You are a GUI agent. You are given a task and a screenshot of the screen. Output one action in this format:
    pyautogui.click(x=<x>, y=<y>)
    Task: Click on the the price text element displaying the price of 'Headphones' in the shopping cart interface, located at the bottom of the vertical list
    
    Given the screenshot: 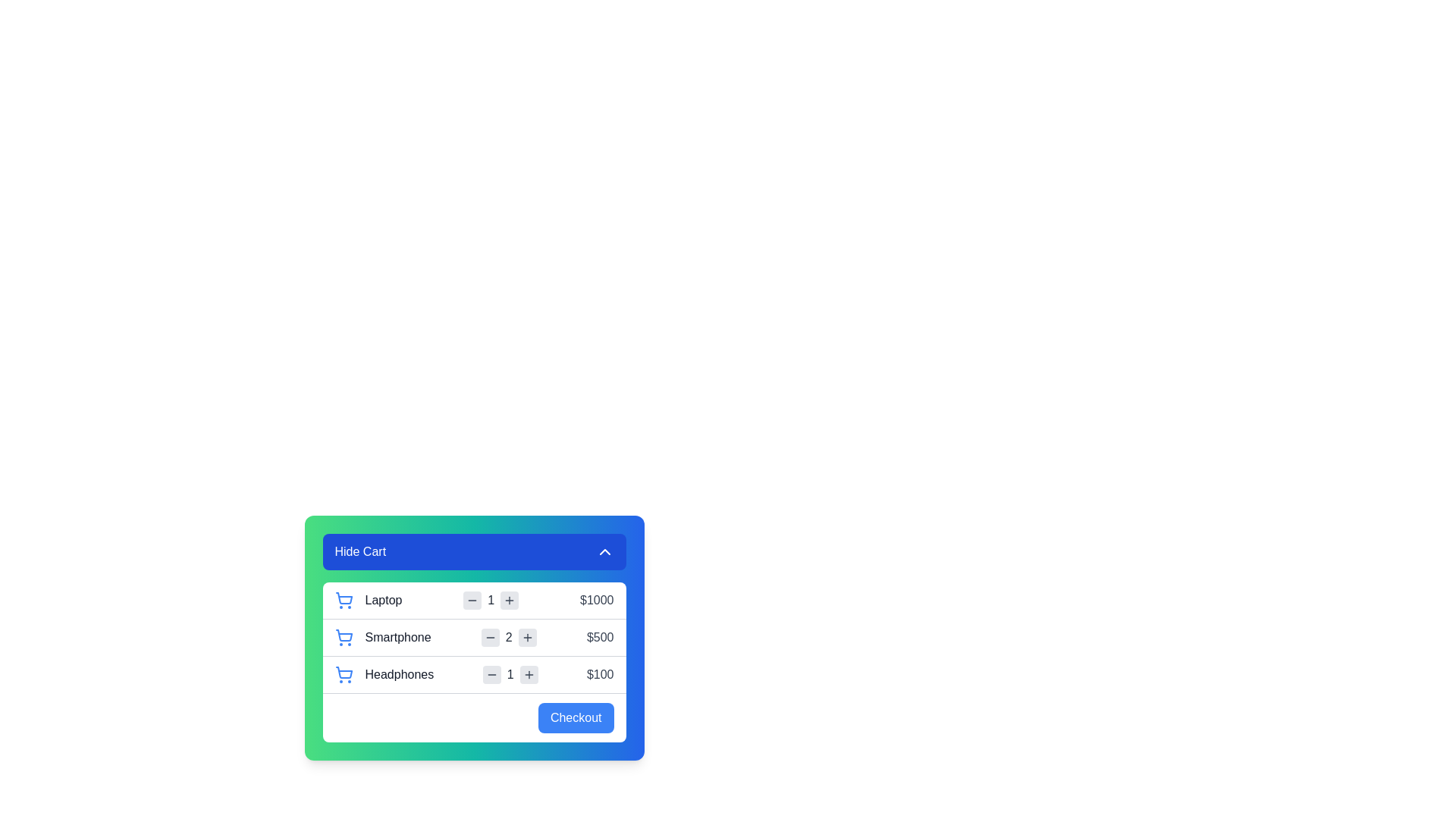 What is the action you would take?
    pyautogui.click(x=599, y=674)
    